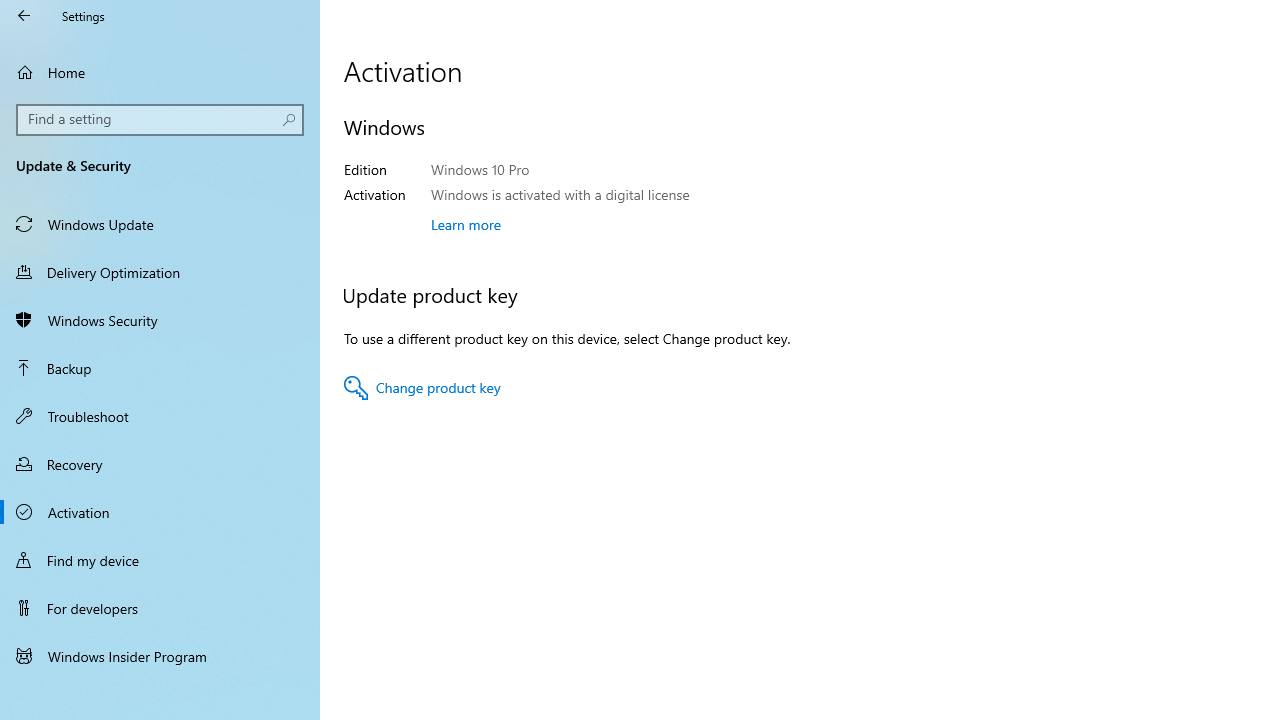  What do you see at coordinates (160, 119) in the screenshot?
I see `'Search box, Find a setting'` at bounding box center [160, 119].